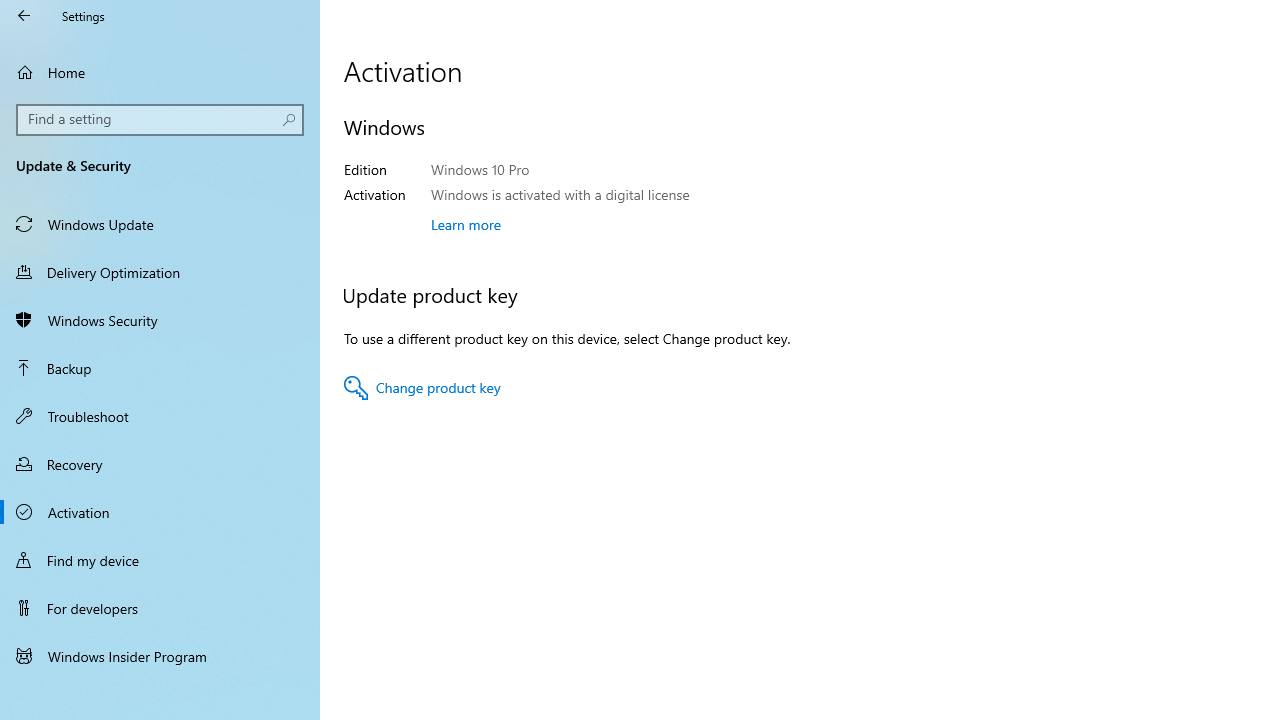  What do you see at coordinates (160, 119) in the screenshot?
I see `'Search box, Find a setting'` at bounding box center [160, 119].